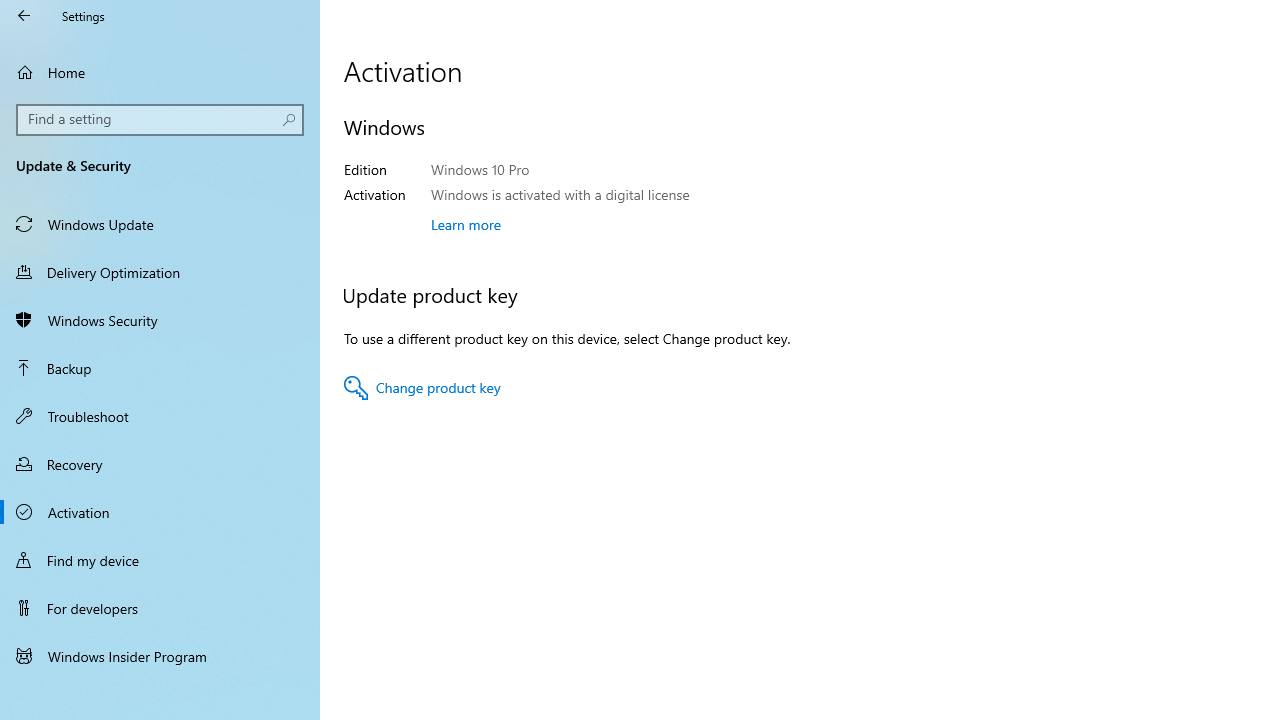  What do you see at coordinates (160, 119) in the screenshot?
I see `'Search box, Find a setting'` at bounding box center [160, 119].